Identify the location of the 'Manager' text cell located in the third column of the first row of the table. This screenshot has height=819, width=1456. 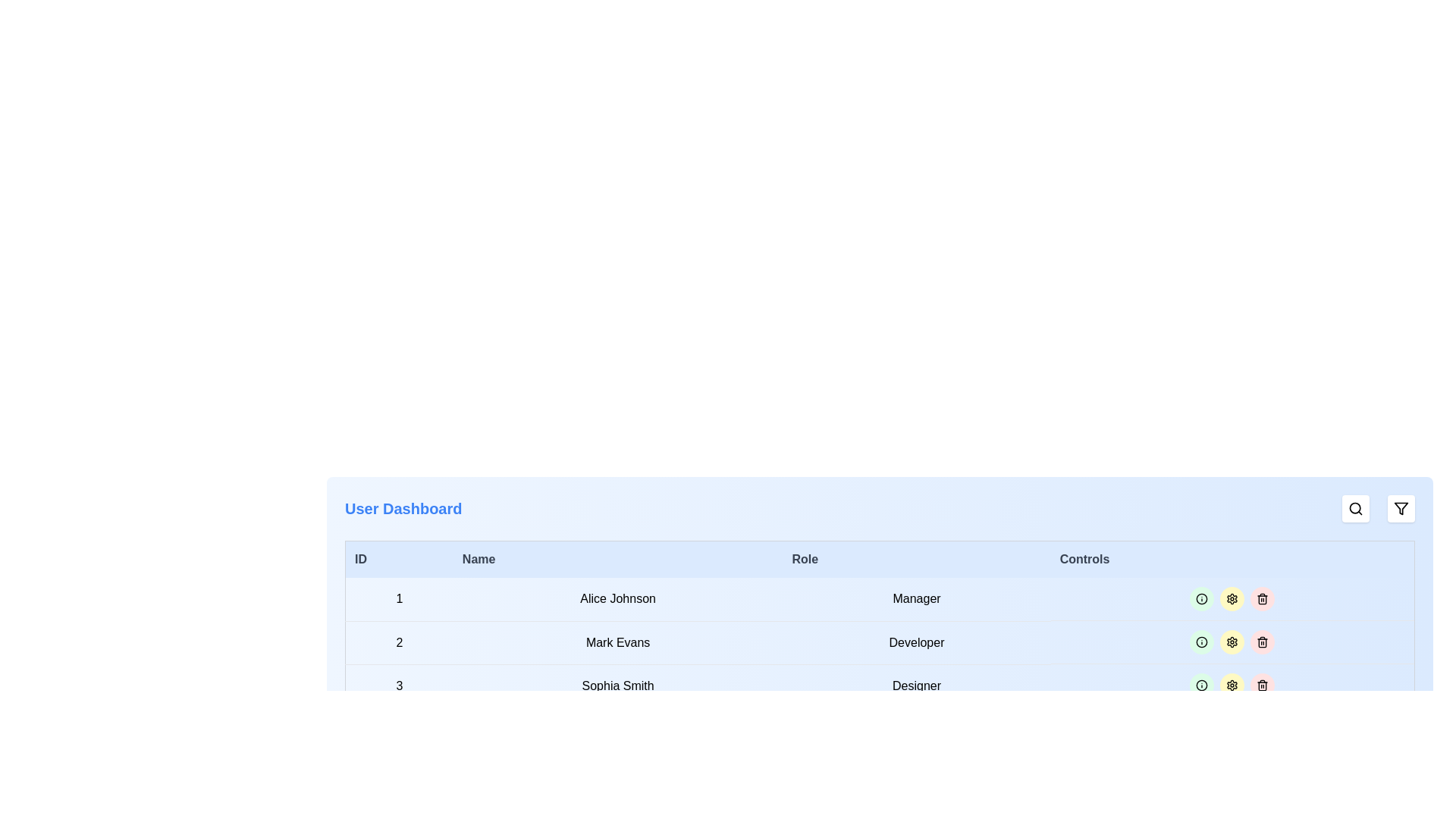
(916, 598).